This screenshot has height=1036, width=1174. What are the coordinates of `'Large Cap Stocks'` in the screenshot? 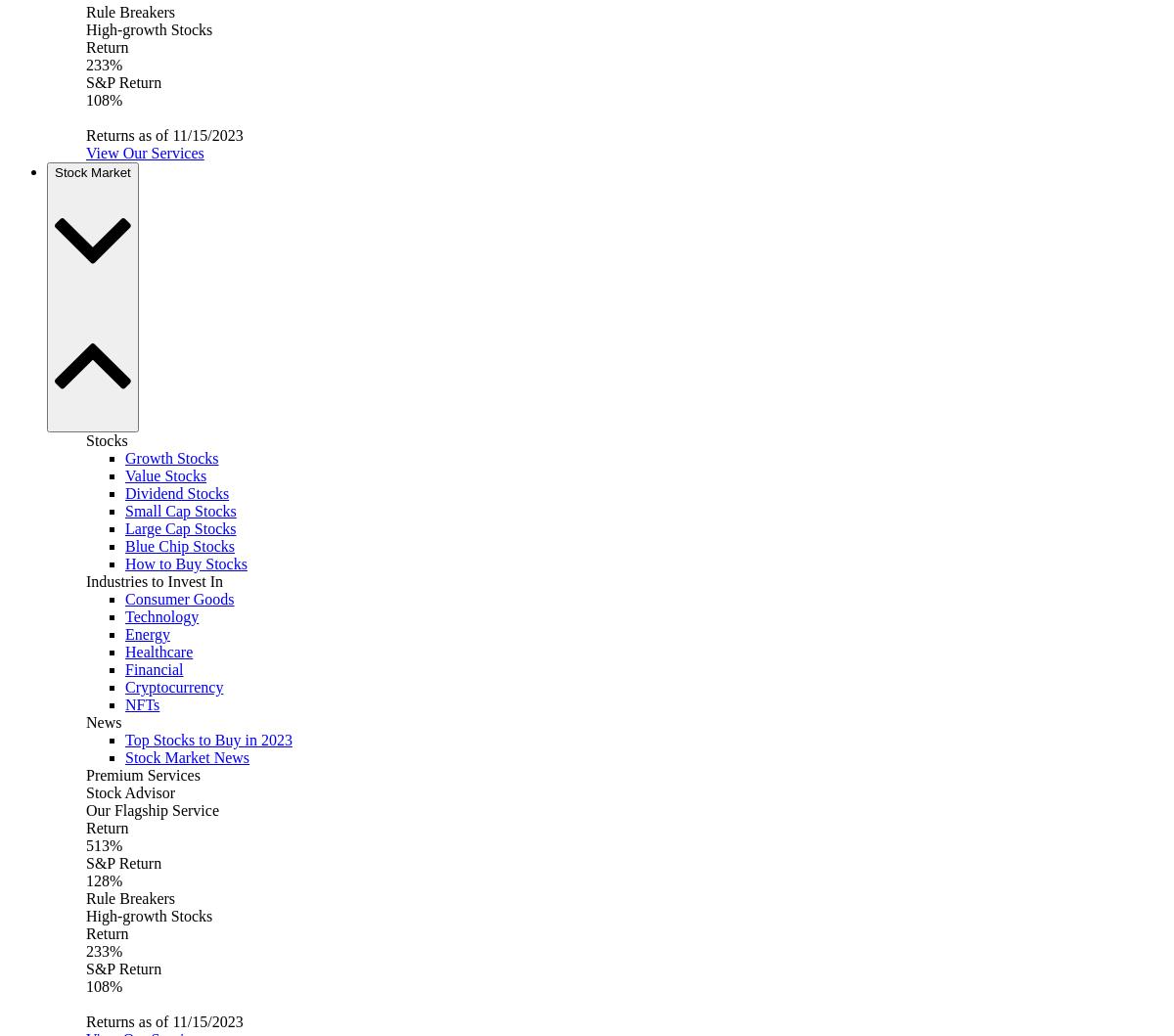 It's located at (179, 527).